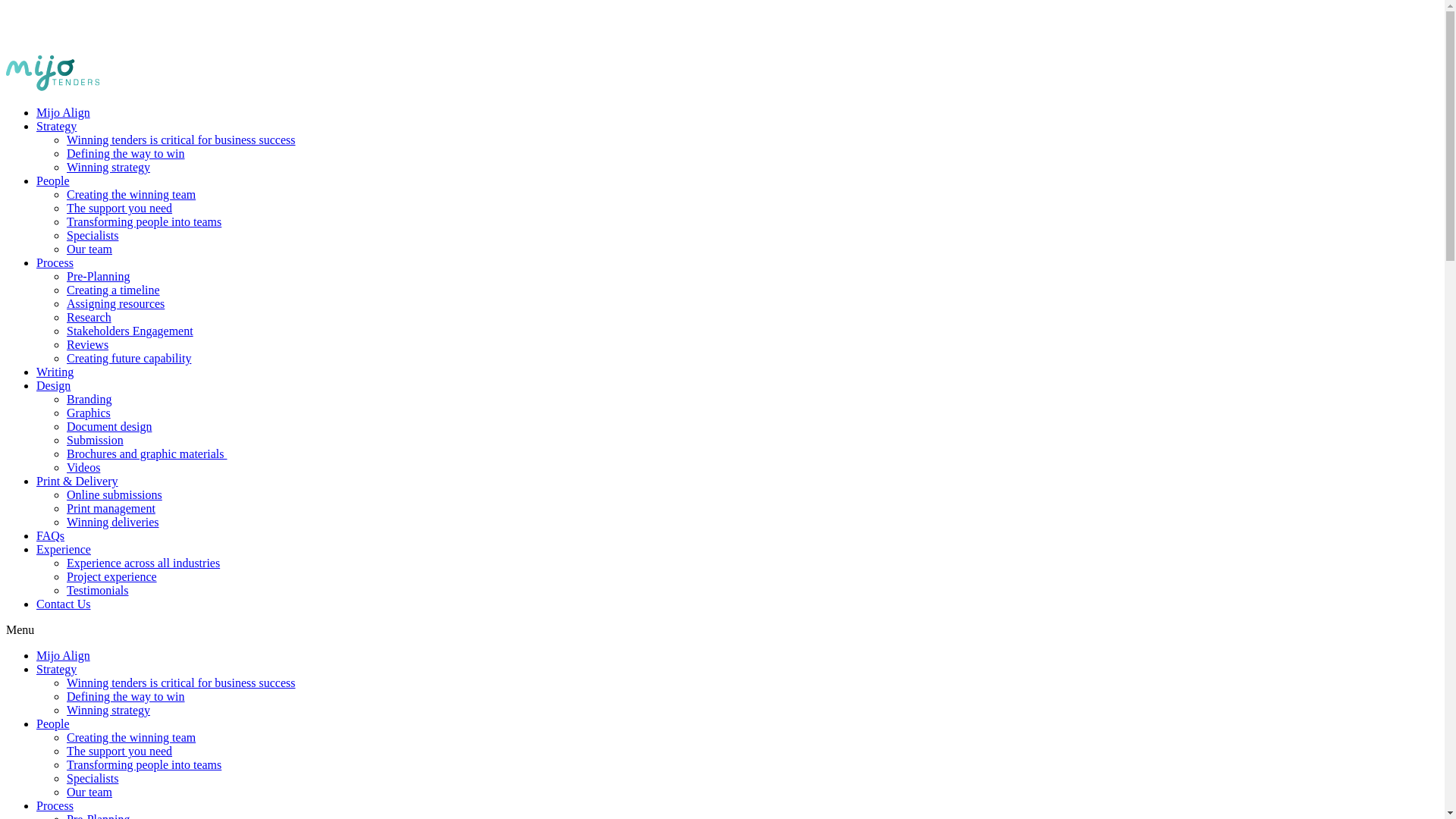  Describe the element at coordinates (65, 358) in the screenshot. I see `'Creating future capability'` at that location.